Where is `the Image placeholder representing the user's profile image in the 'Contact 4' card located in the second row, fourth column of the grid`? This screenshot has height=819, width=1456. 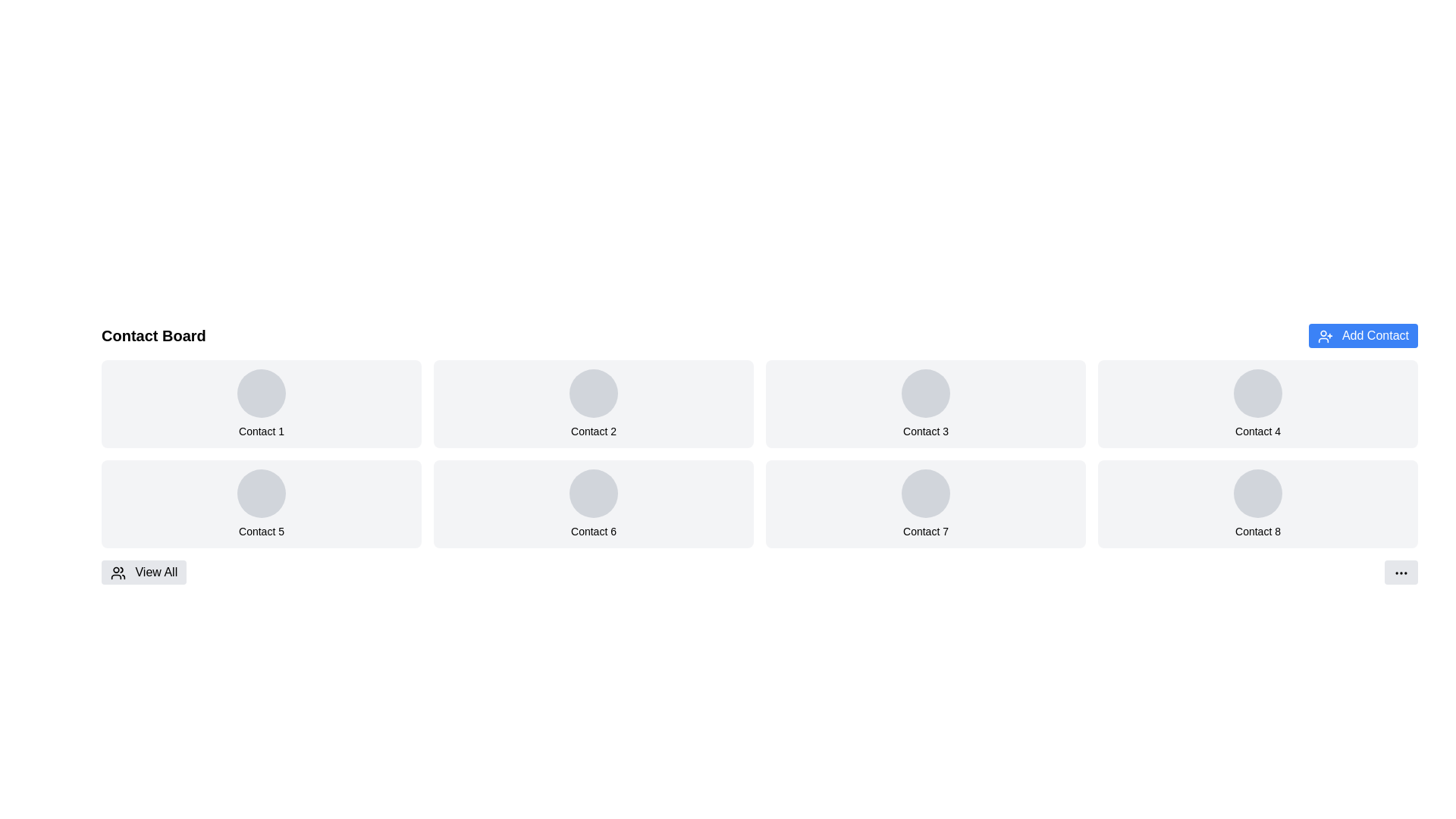 the Image placeholder representing the user's profile image in the 'Contact 4' card located in the second row, fourth column of the grid is located at coordinates (1258, 393).